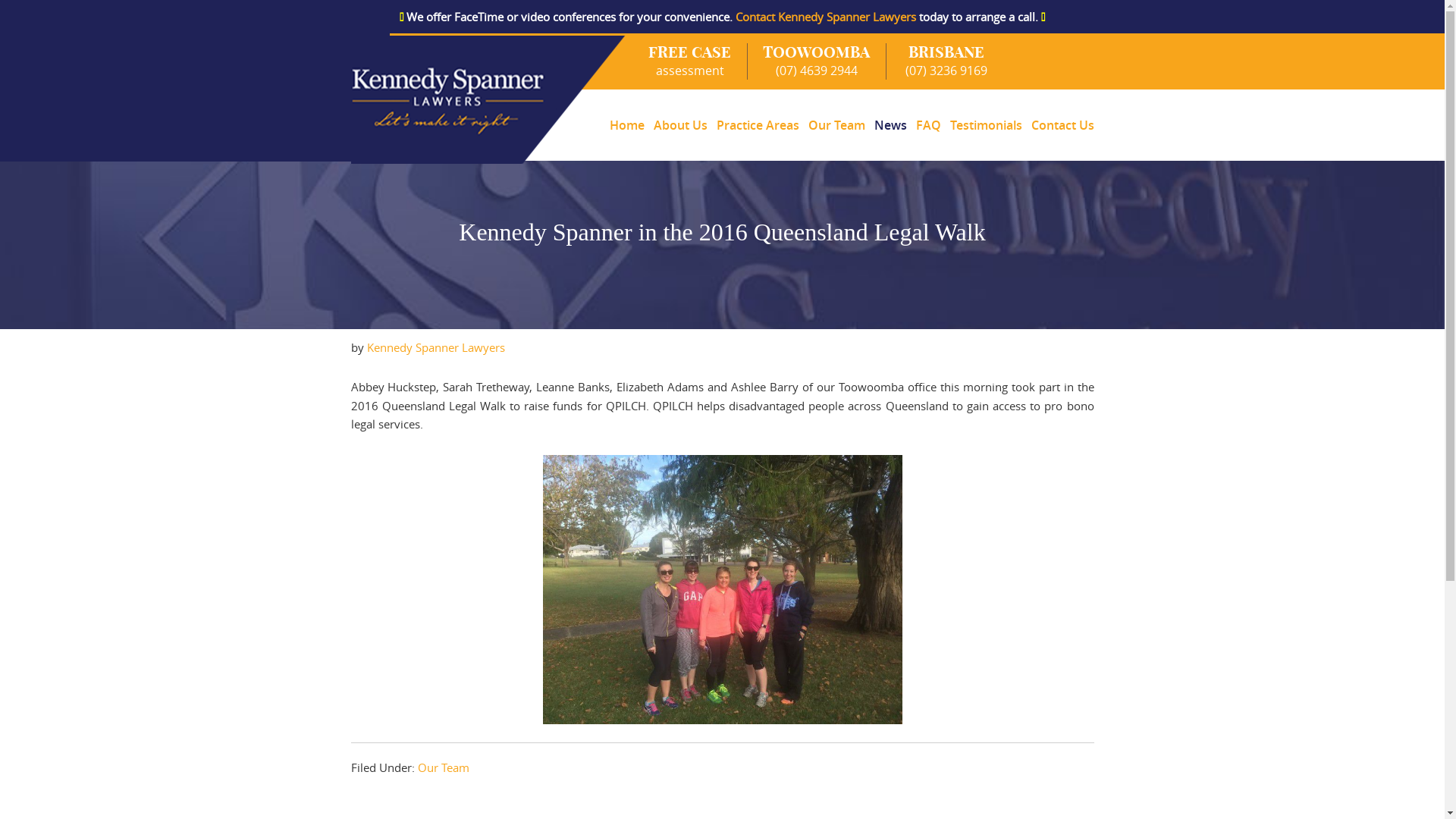  Describe the element at coordinates (442, 767) in the screenshot. I see `'Our Team'` at that location.